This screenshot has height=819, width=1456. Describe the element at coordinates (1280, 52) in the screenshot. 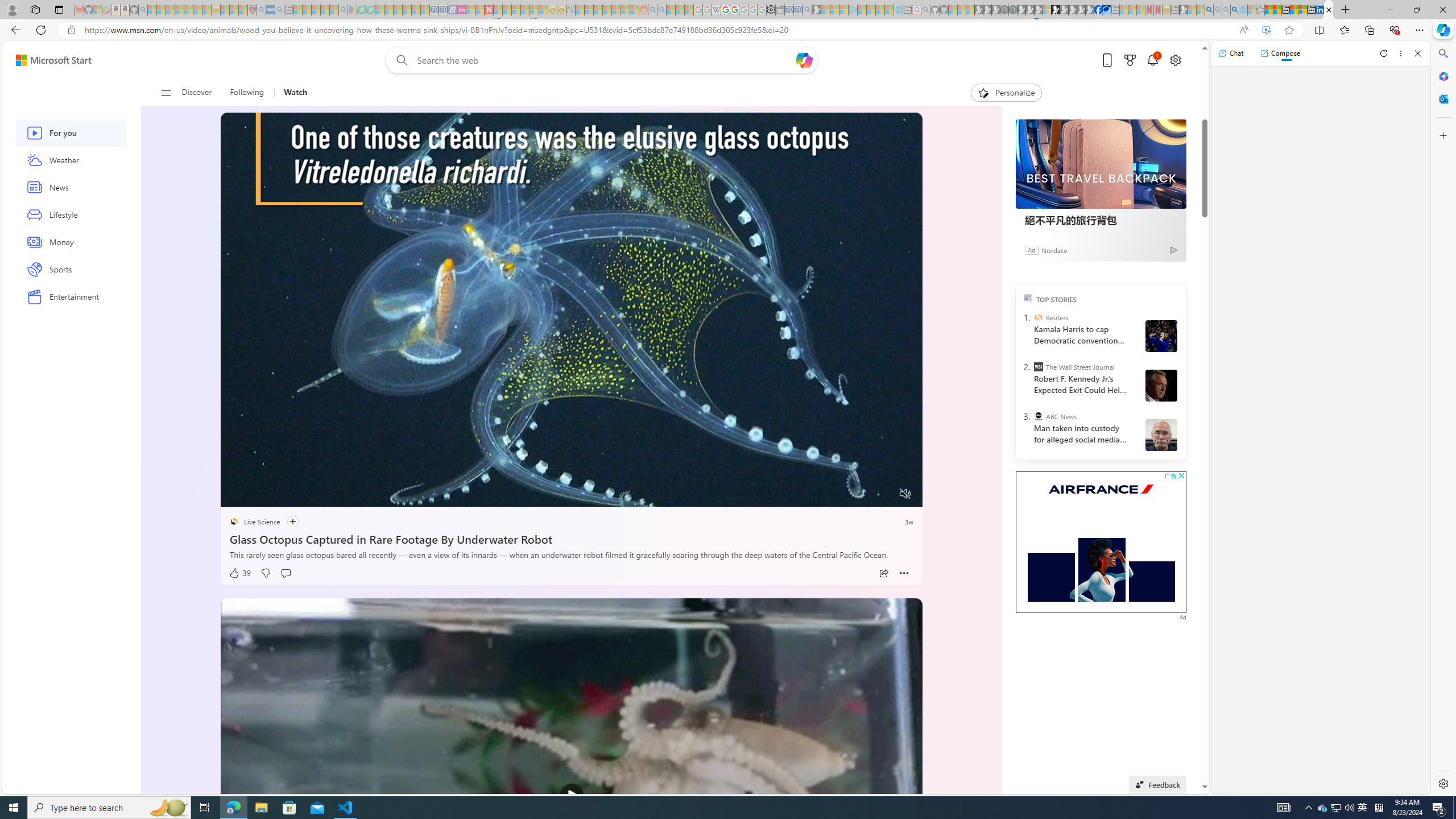

I see `'Compose'` at that location.